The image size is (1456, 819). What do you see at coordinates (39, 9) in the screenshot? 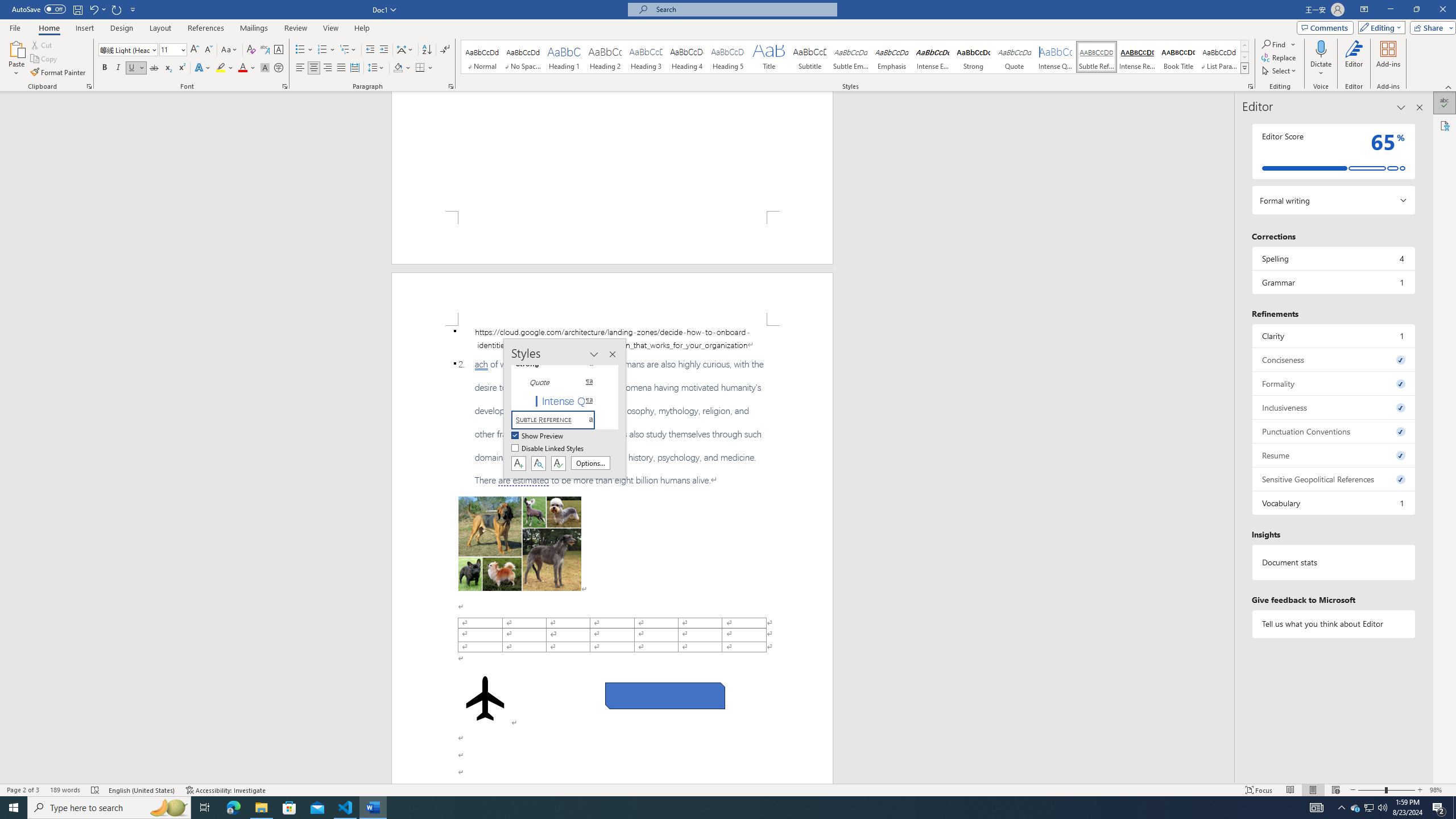
I see `'AutoSave'` at bounding box center [39, 9].